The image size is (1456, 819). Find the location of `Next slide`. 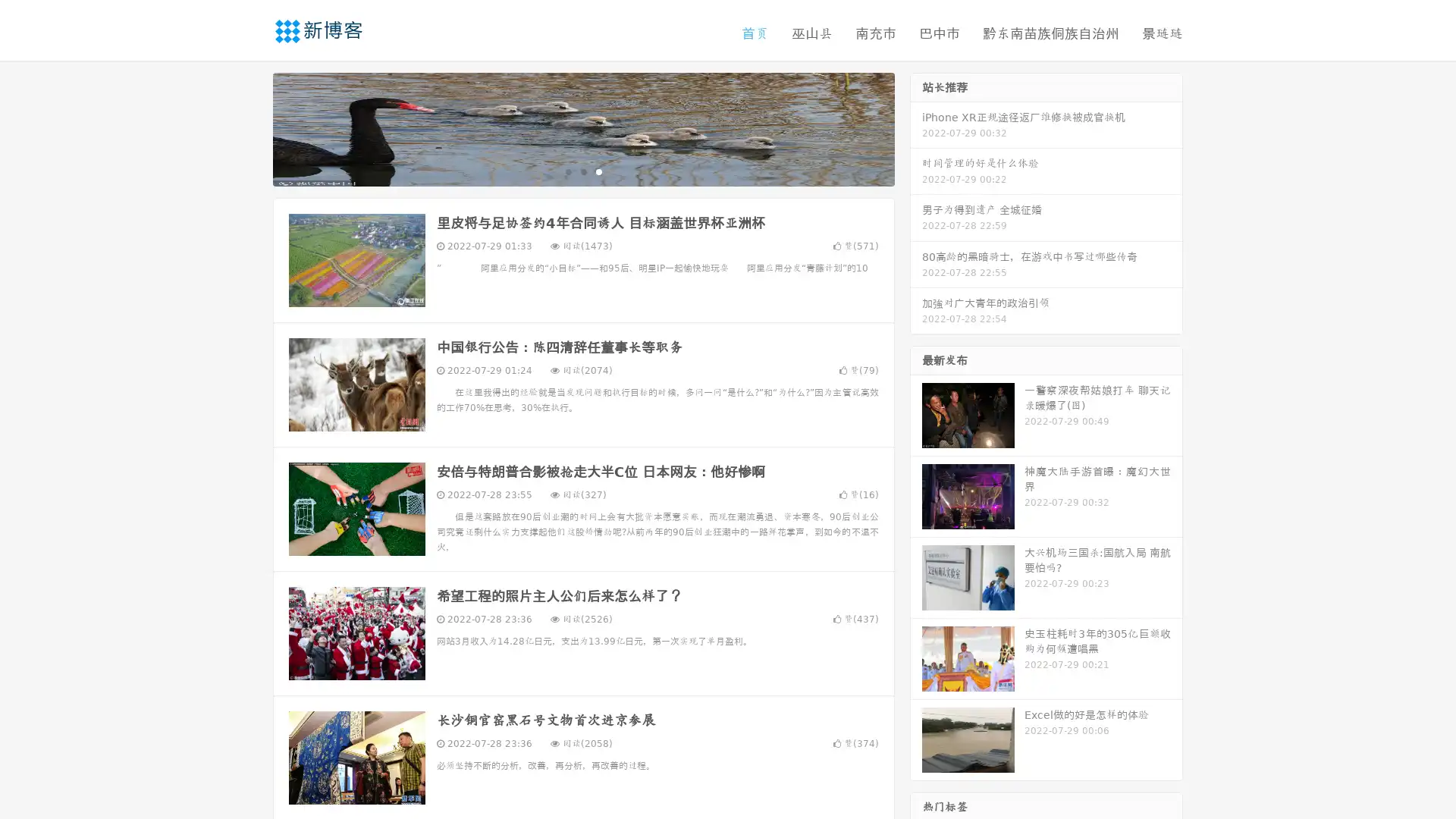

Next slide is located at coordinates (916, 127).